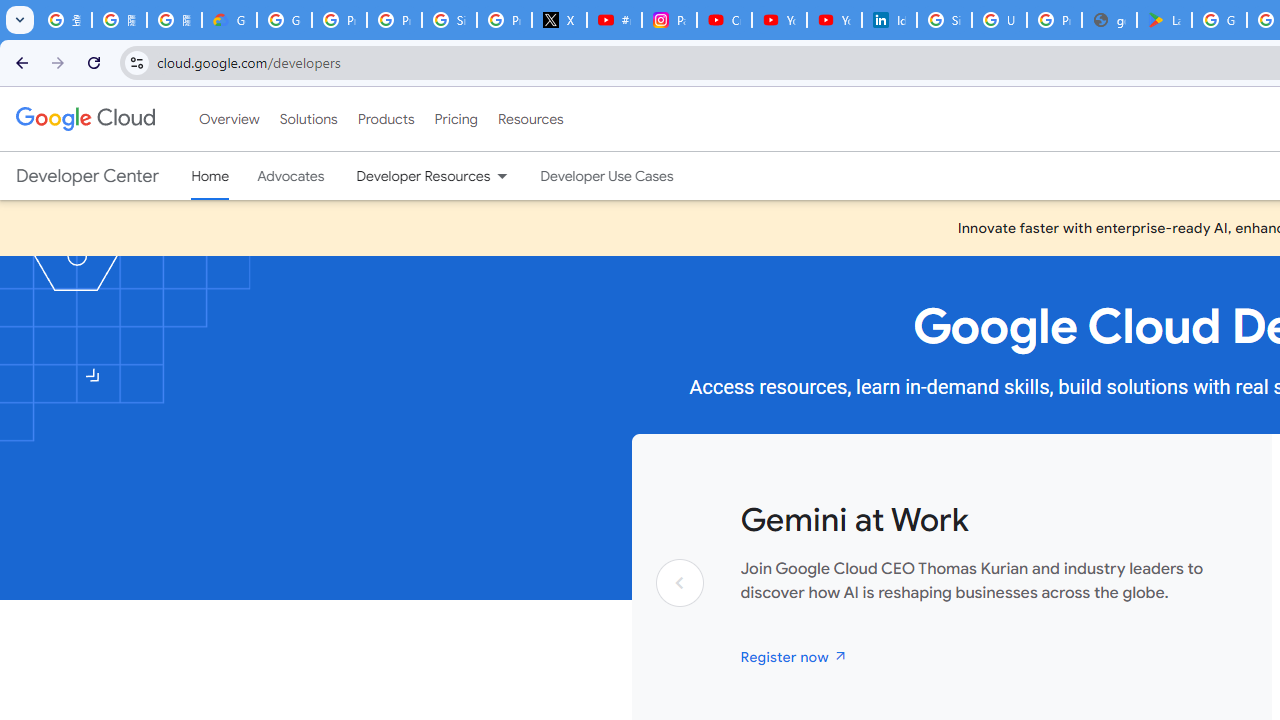 This screenshot has height=720, width=1280. What do you see at coordinates (290, 175) in the screenshot?
I see `'Advocates'` at bounding box center [290, 175].